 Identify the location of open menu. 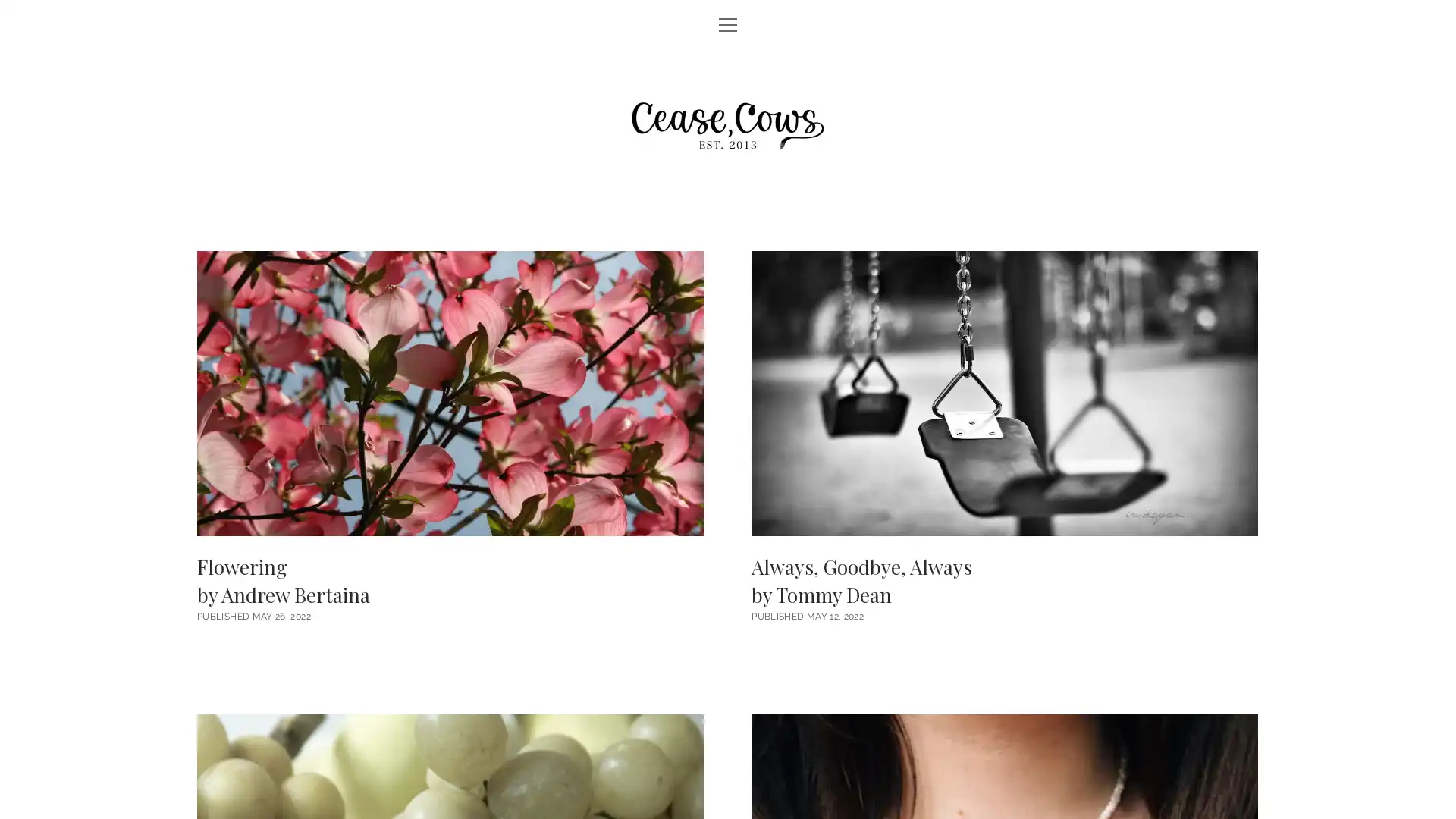
(728, 26).